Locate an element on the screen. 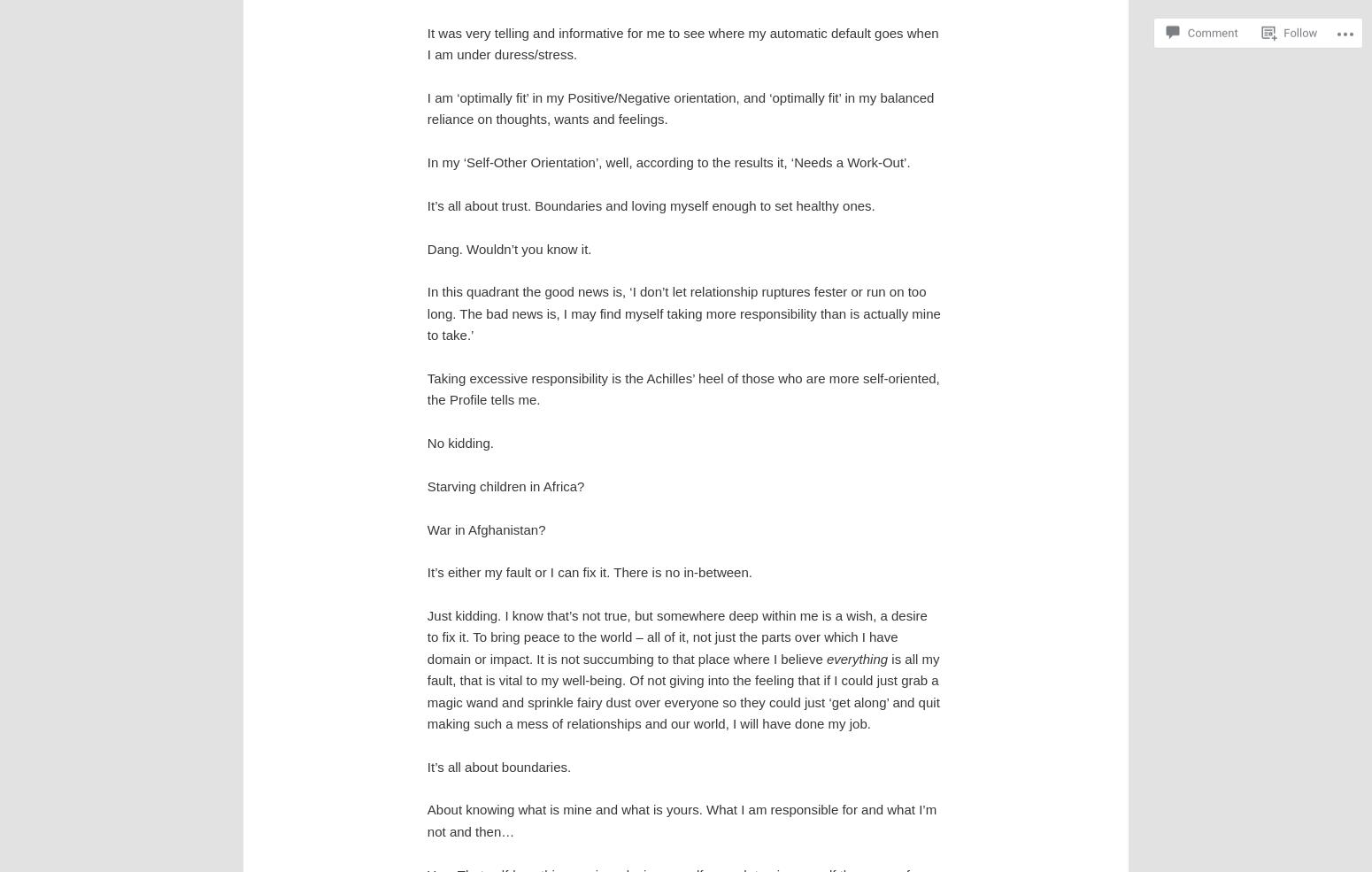 This screenshot has width=1372, height=872. 'In my ‘Self-Other Orientation’, well, according to the results it, ‘Needs a Work-Out’.' is located at coordinates (426, 162).